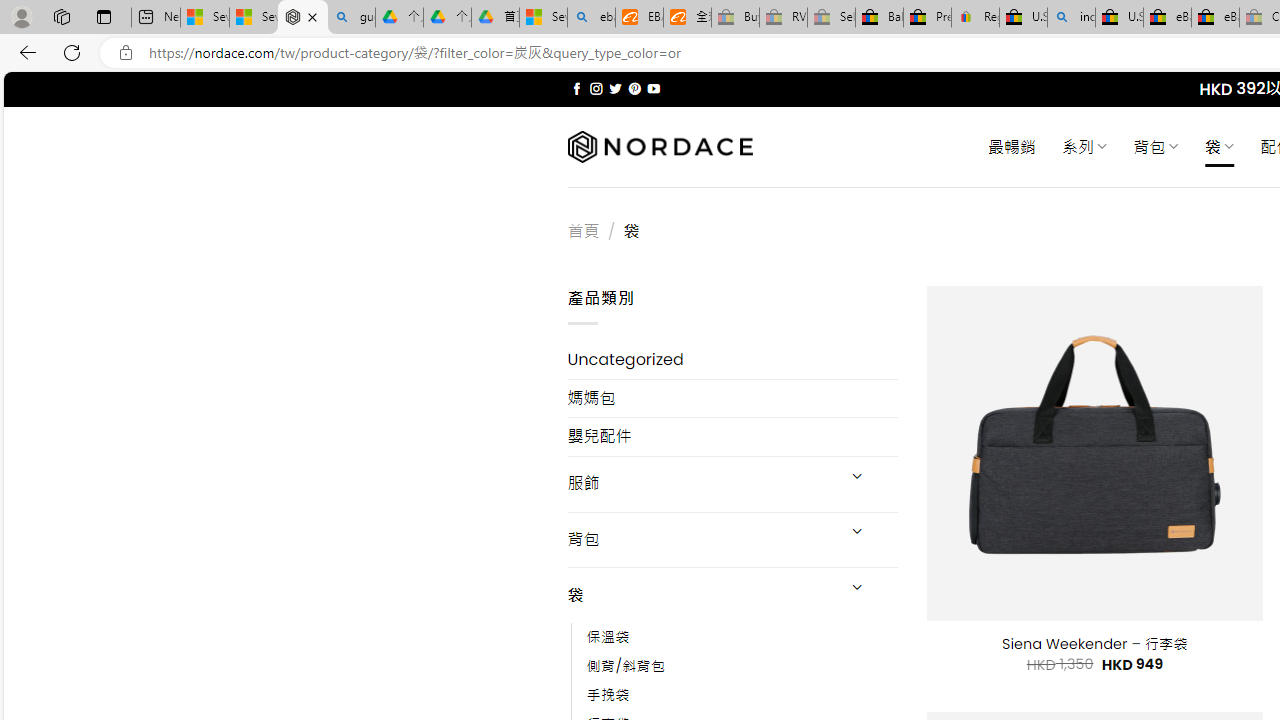  I want to click on 'Press Room - eBay Inc.', so click(926, 17).